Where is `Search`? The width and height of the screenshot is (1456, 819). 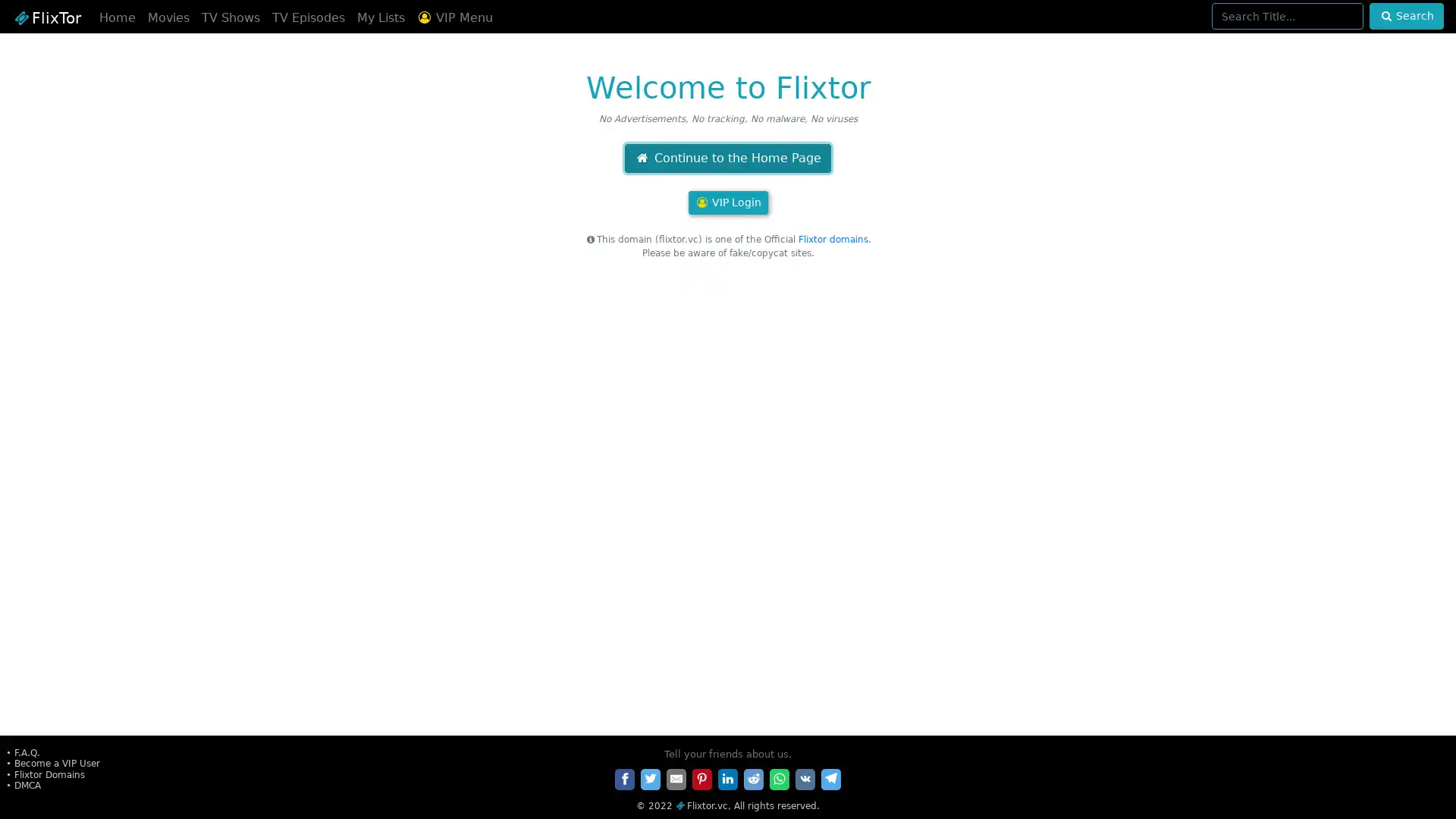 Search is located at coordinates (1405, 16).